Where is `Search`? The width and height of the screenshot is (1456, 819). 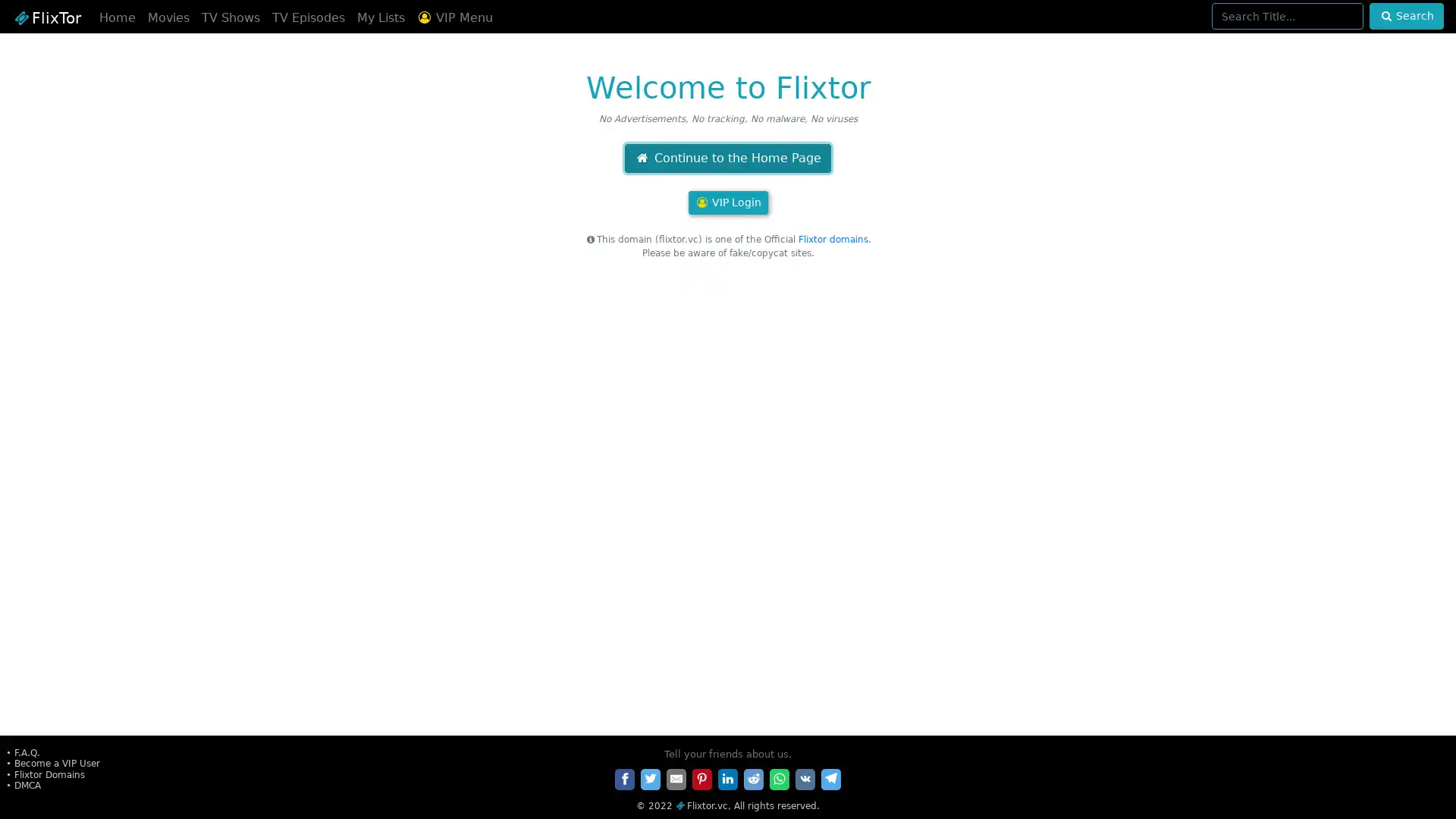 Search is located at coordinates (1405, 16).